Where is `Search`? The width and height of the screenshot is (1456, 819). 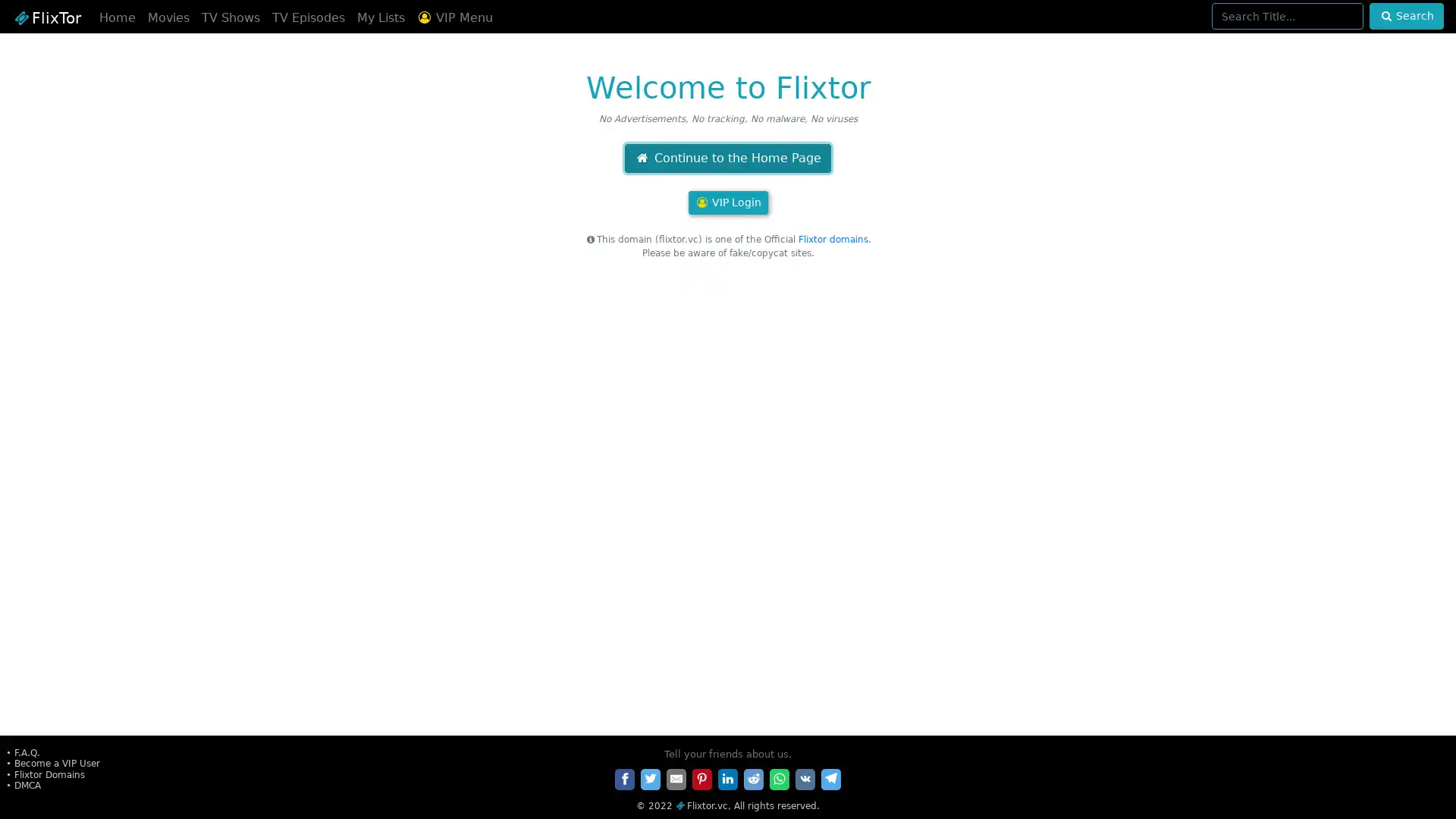 Search is located at coordinates (1405, 16).